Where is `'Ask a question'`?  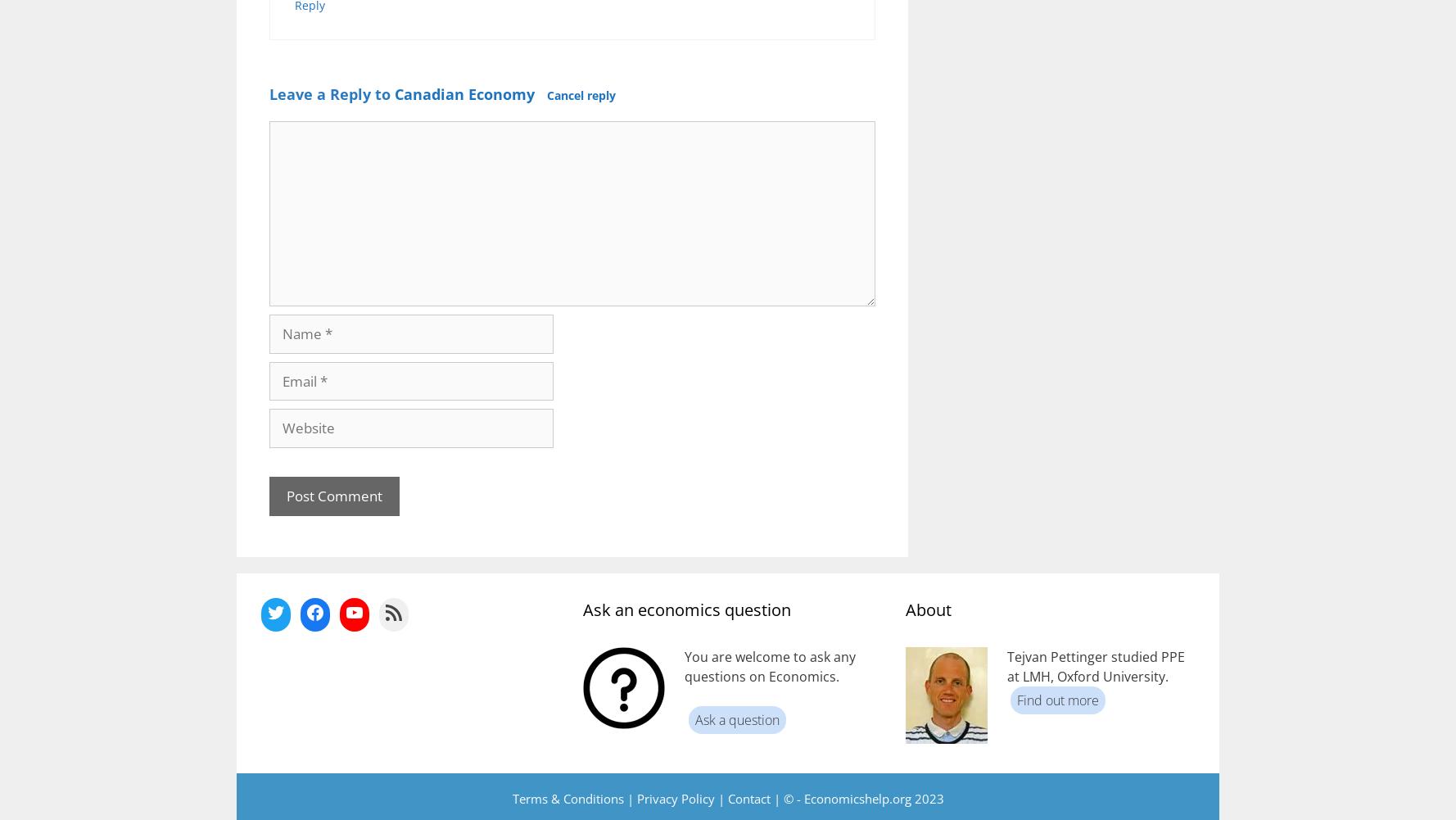 'Ask a question' is located at coordinates (737, 718).